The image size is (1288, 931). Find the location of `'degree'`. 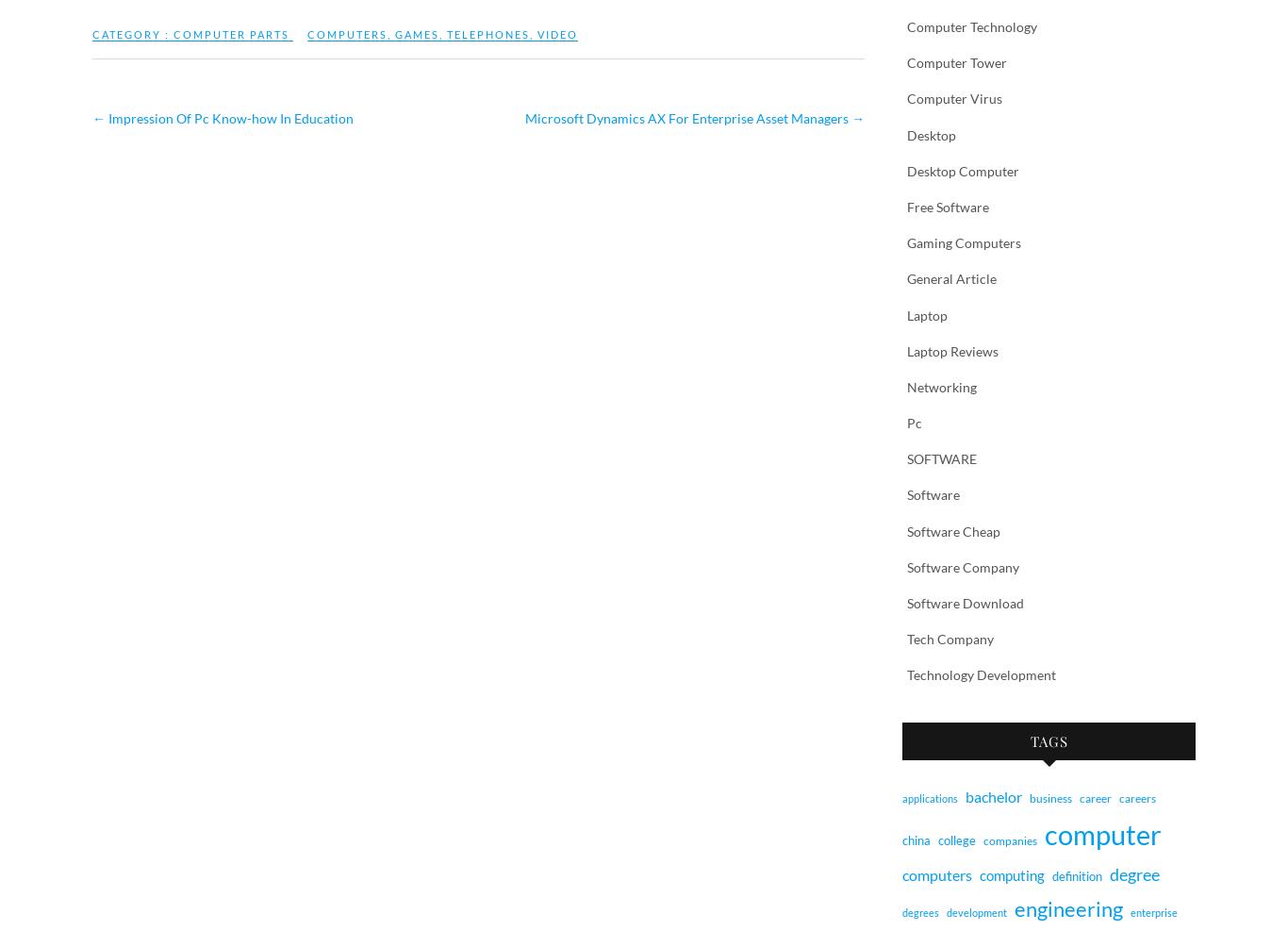

'degree' is located at coordinates (1134, 873).